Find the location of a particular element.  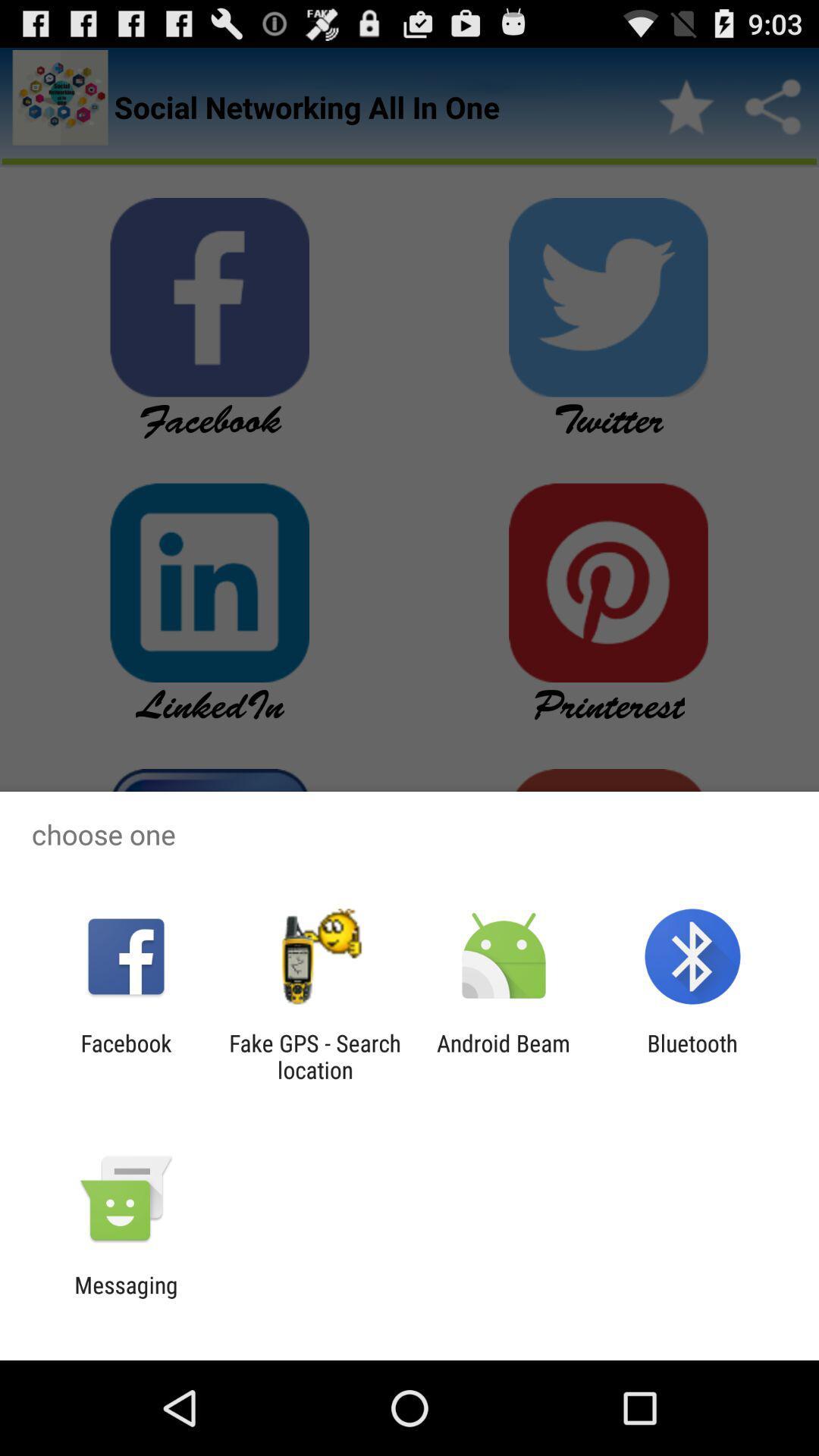

the messaging app is located at coordinates (125, 1298).